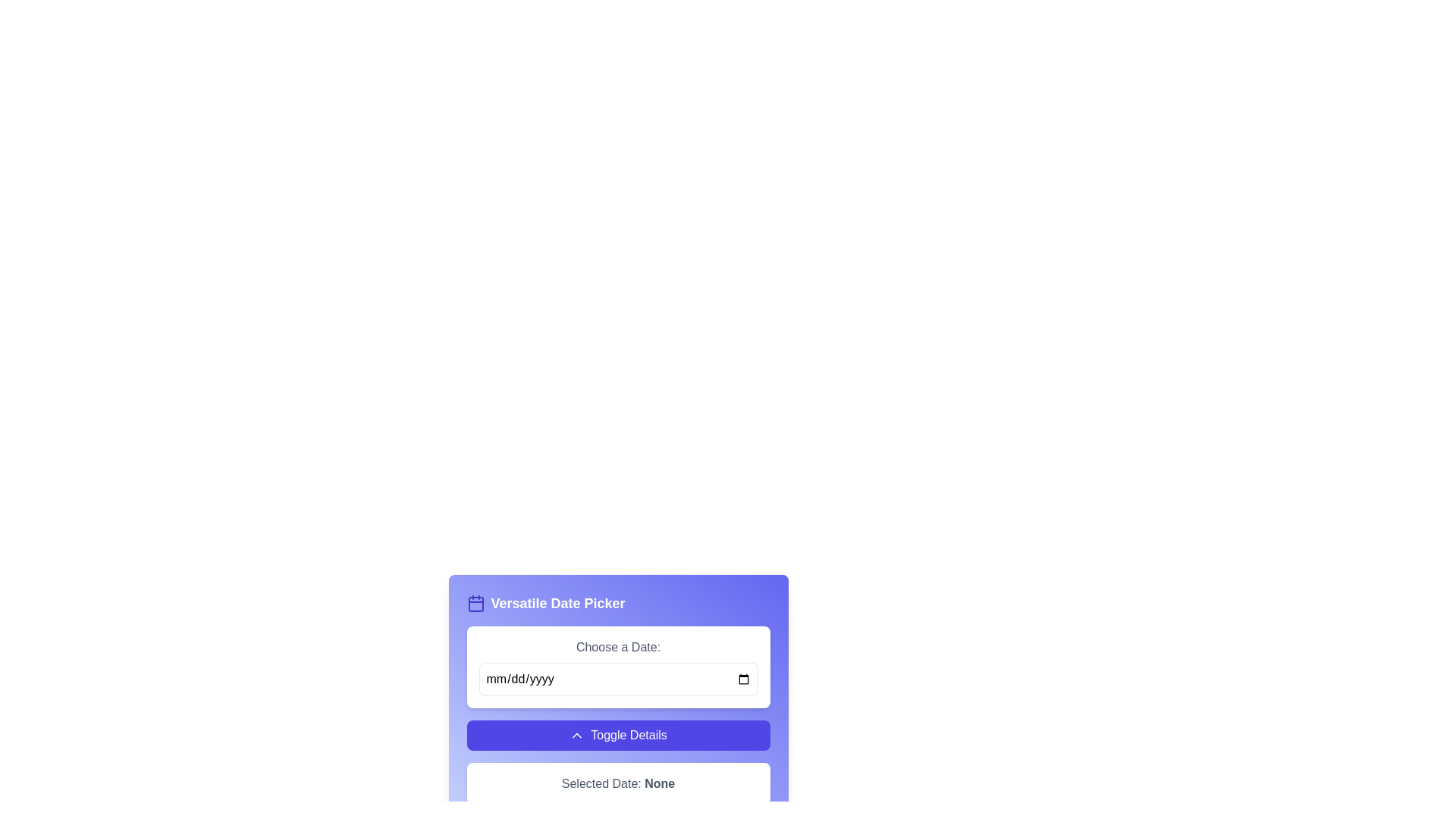 This screenshot has height=819, width=1456. What do you see at coordinates (475, 604) in the screenshot?
I see `the decorative element of the calendar icon located in the top-left corner of the 'Versatile Date Picker' section` at bounding box center [475, 604].